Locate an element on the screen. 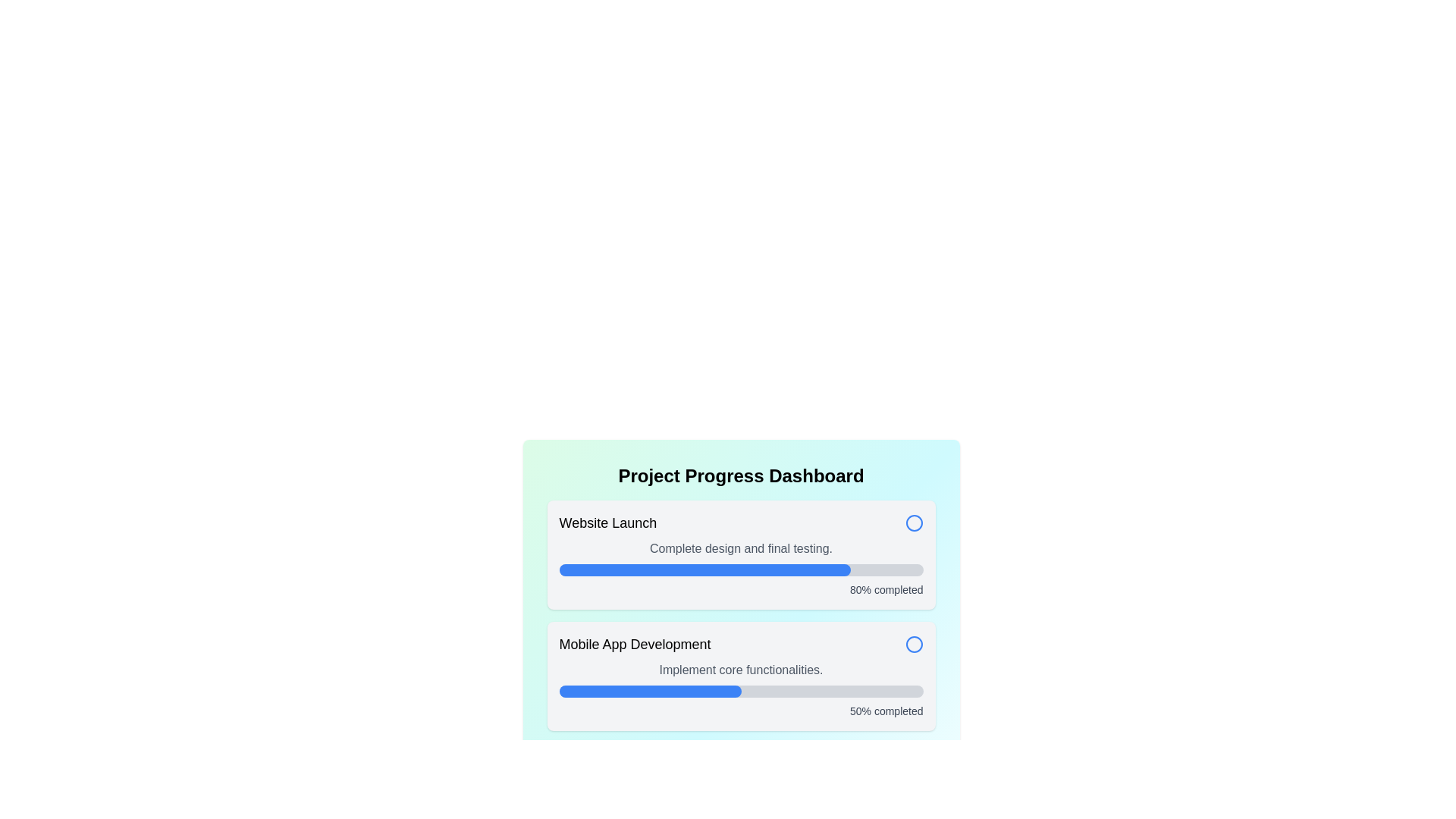 This screenshot has height=819, width=1456. the progress bar representing the 50% completion of tasks in the 'Mobile App Development' project, located below 'Implement core functionalities.' is located at coordinates (741, 691).